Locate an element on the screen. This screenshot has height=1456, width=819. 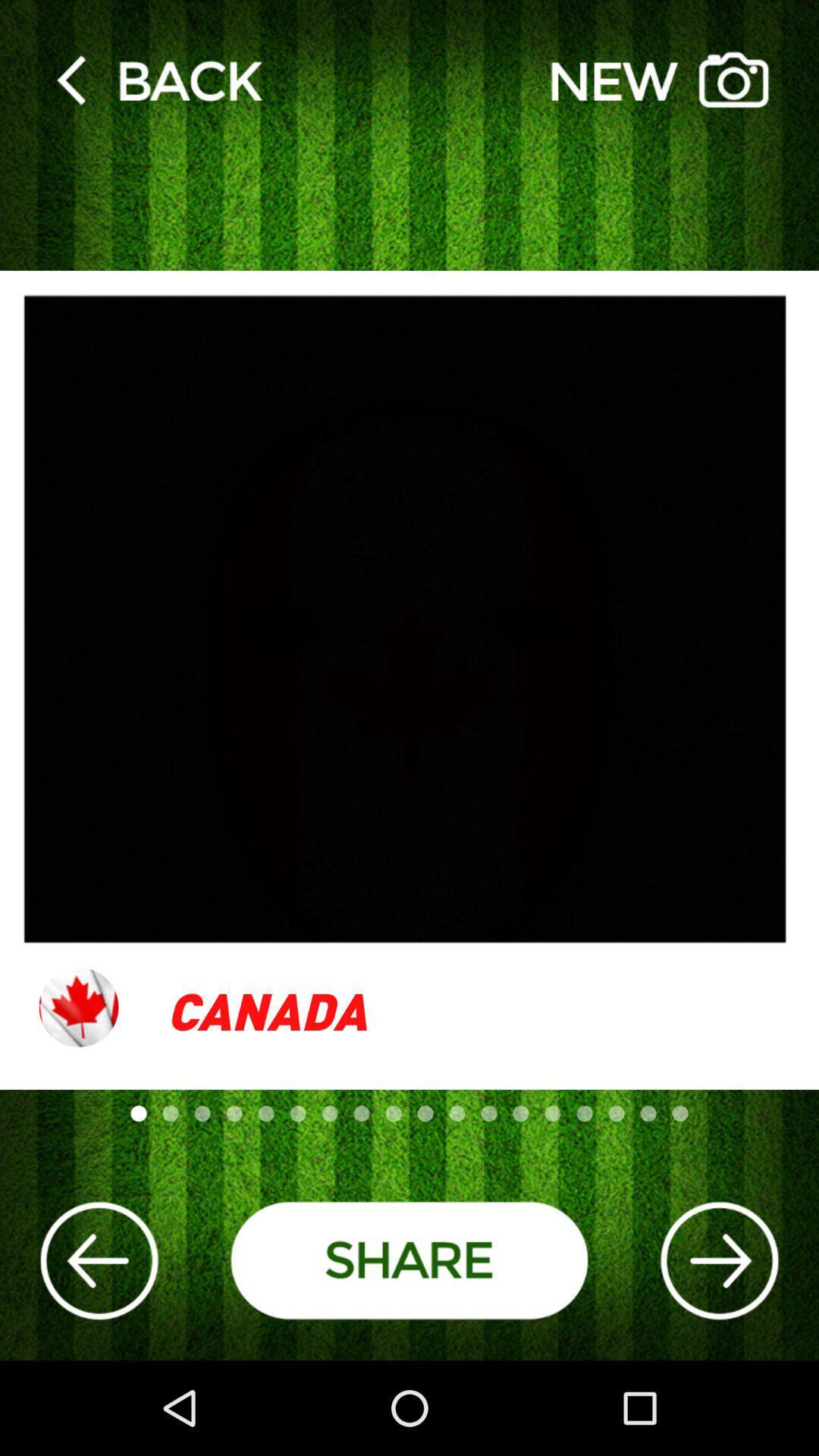
go forward is located at coordinates (718, 1260).